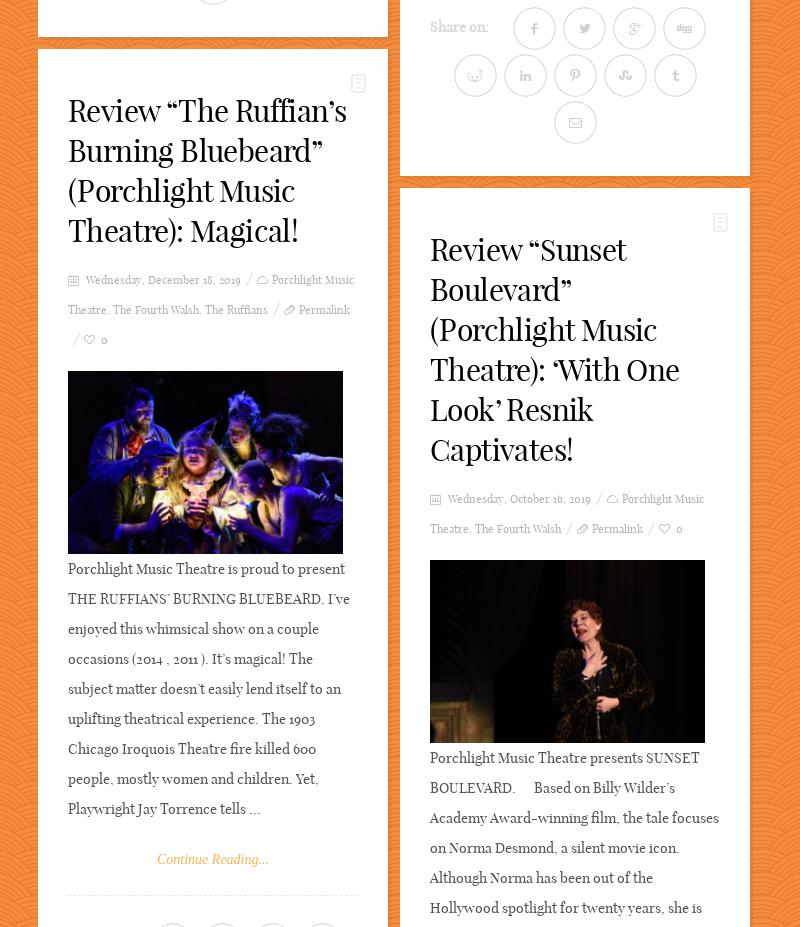 The image size is (800, 927). What do you see at coordinates (162, 280) in the screenshot?
I see `'Wednesday, December 18, 2019'` at bounding box center [162, 280].